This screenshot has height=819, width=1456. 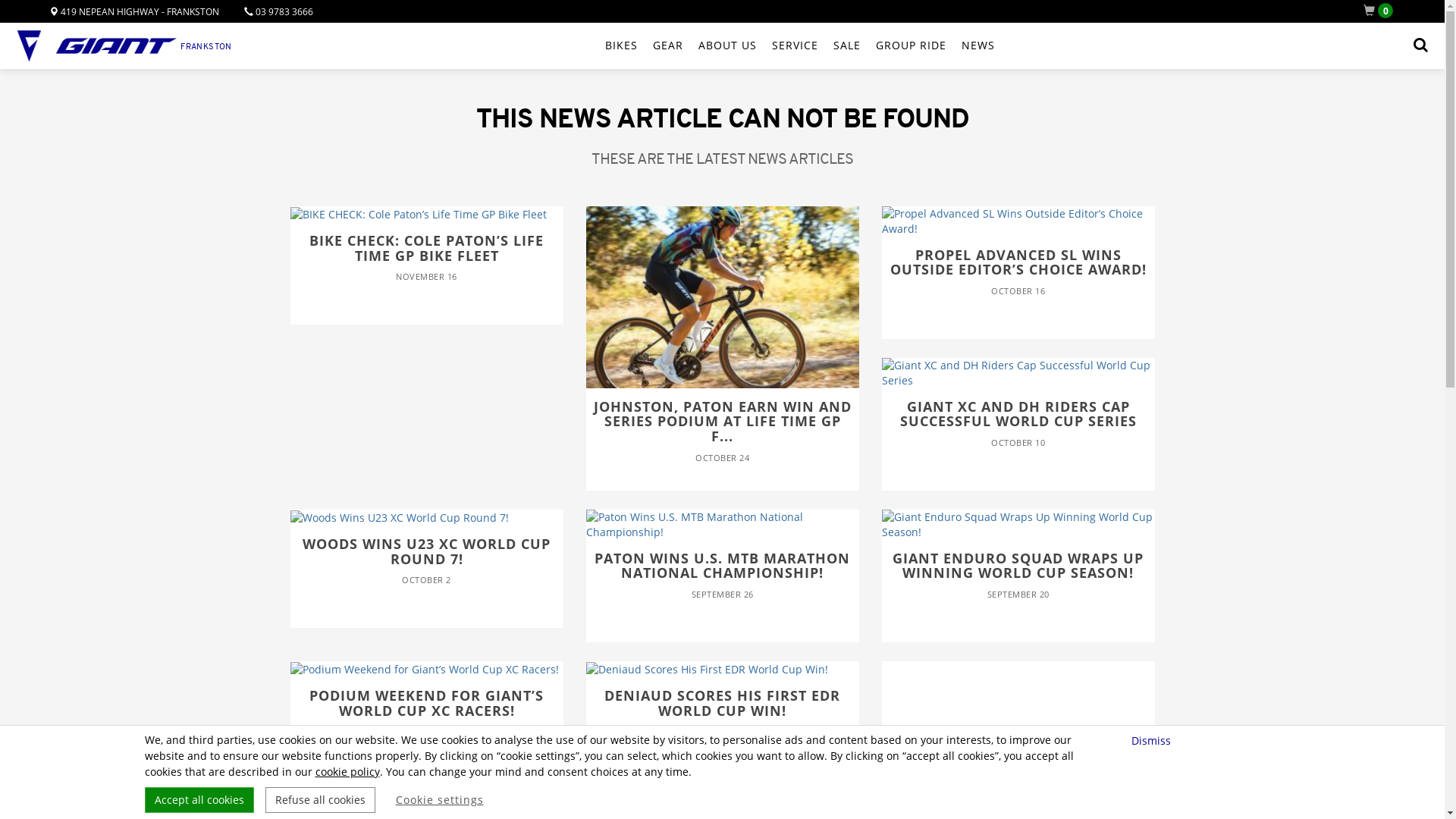 I want to click on 'Cookie settings', so click(x=439, y=799).